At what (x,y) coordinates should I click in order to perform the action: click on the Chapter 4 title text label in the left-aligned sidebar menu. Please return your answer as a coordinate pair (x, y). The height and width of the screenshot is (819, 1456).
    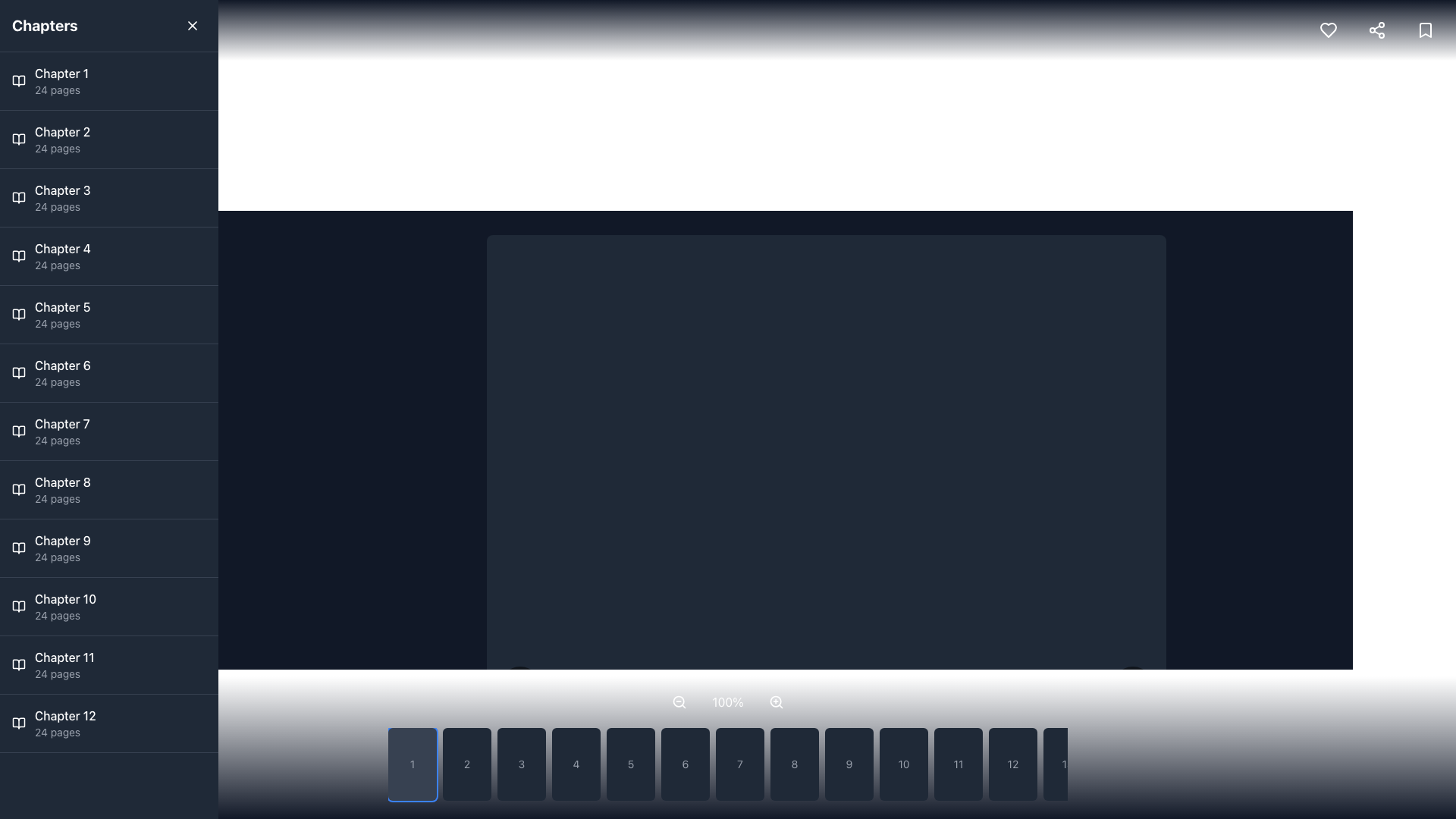
    Looking at the image, I should click on (61, 247).